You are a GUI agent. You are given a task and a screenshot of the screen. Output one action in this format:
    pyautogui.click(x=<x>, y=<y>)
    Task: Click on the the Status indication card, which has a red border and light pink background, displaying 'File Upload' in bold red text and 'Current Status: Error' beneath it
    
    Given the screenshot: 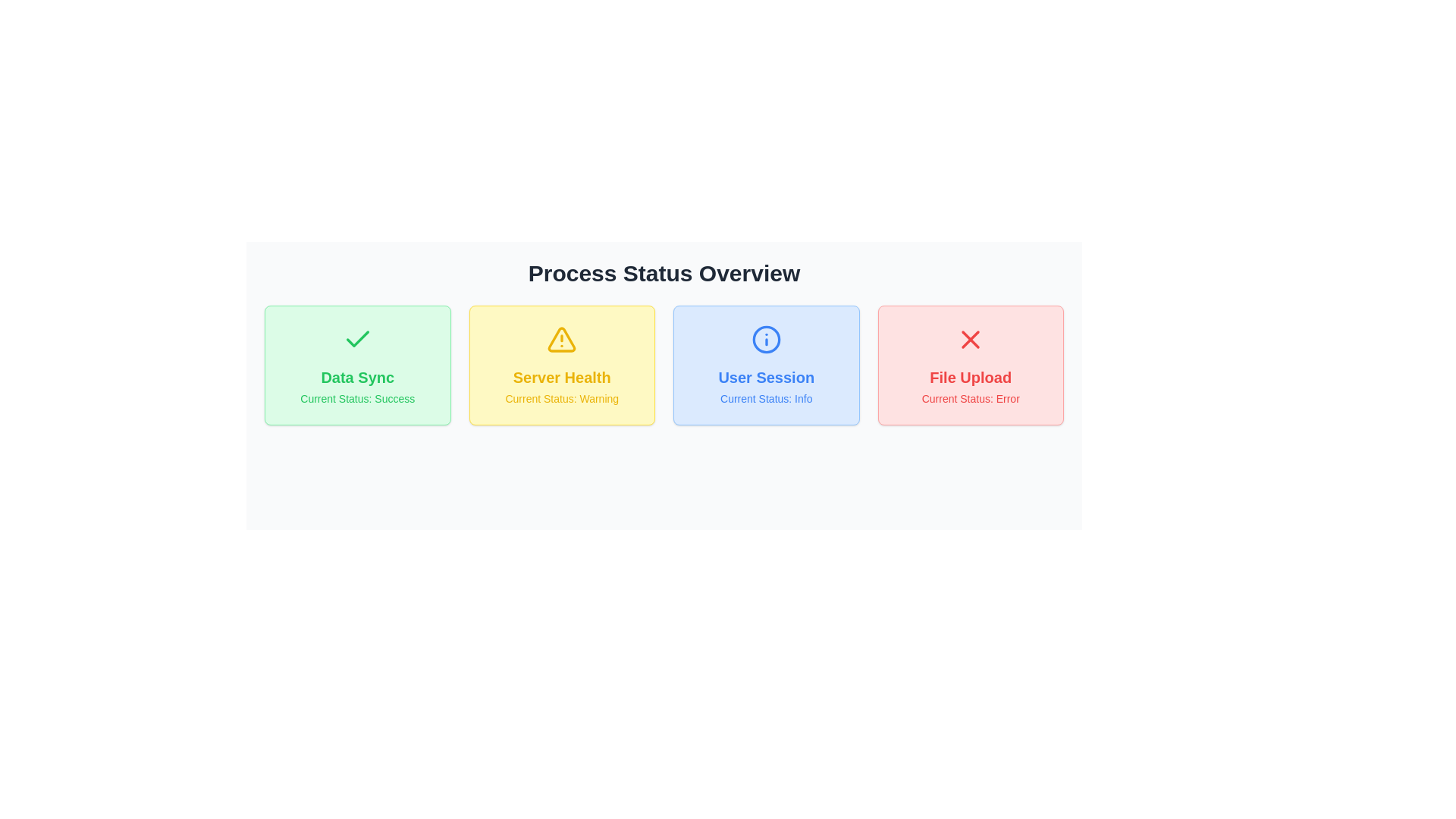 What is the action you would take?
    pyautogui.click(x=971, y=366)
    